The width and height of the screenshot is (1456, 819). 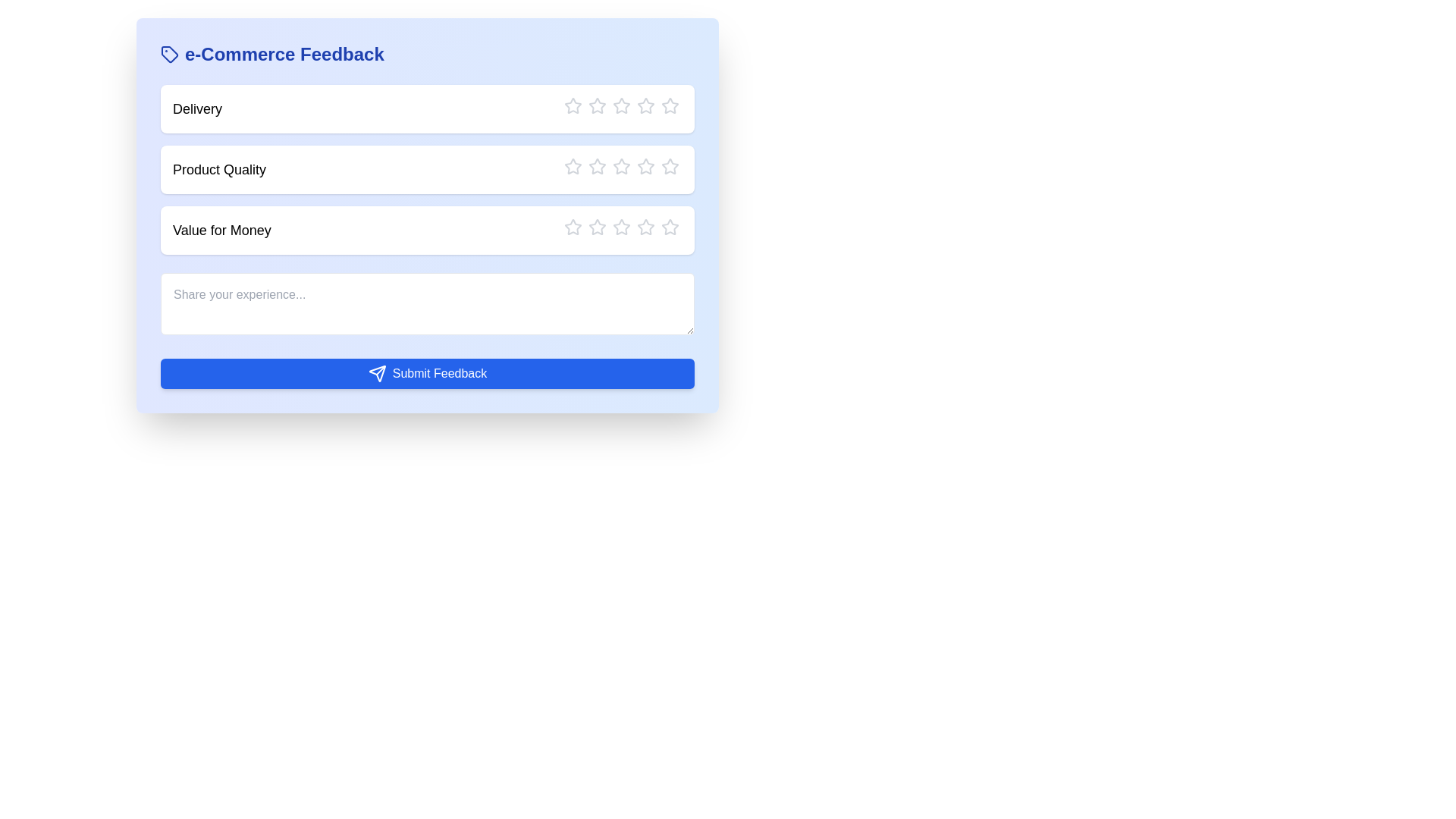 I want to click on the star corresponding to the rating 2 for the category Product Quality, so click(x=588, y=166).